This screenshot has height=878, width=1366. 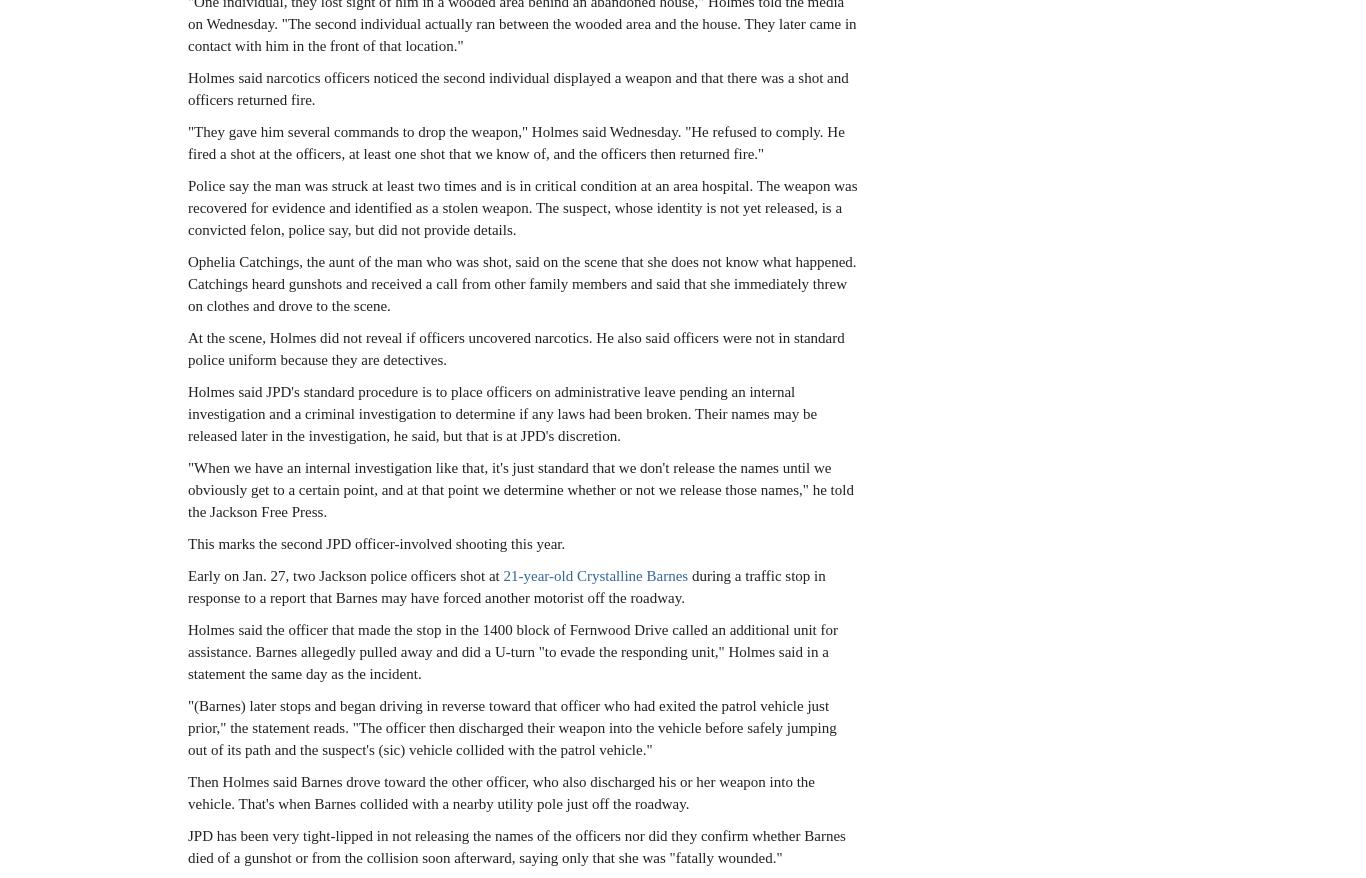 What do you see at coordinates (186, 87) in the screenshot?
I see `'Holmes said narcotics officers noticed the second individual displayed a weapon and that there was a shot and officers returned fire.'` at bounding box center [186, 87].